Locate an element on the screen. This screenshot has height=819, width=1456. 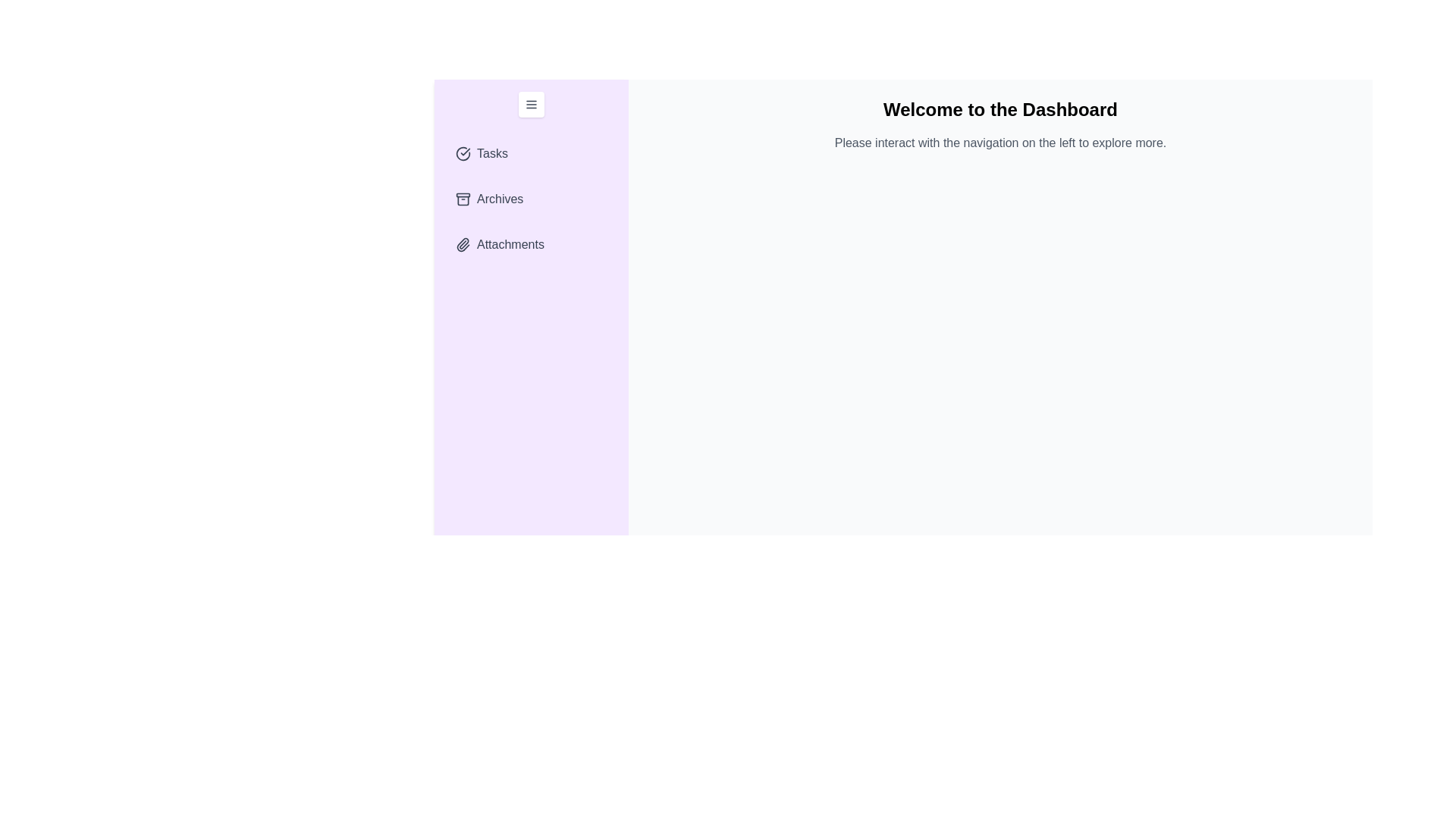
the placeholder text in the main content area to interact with it is located at coordinates (1000, 143).